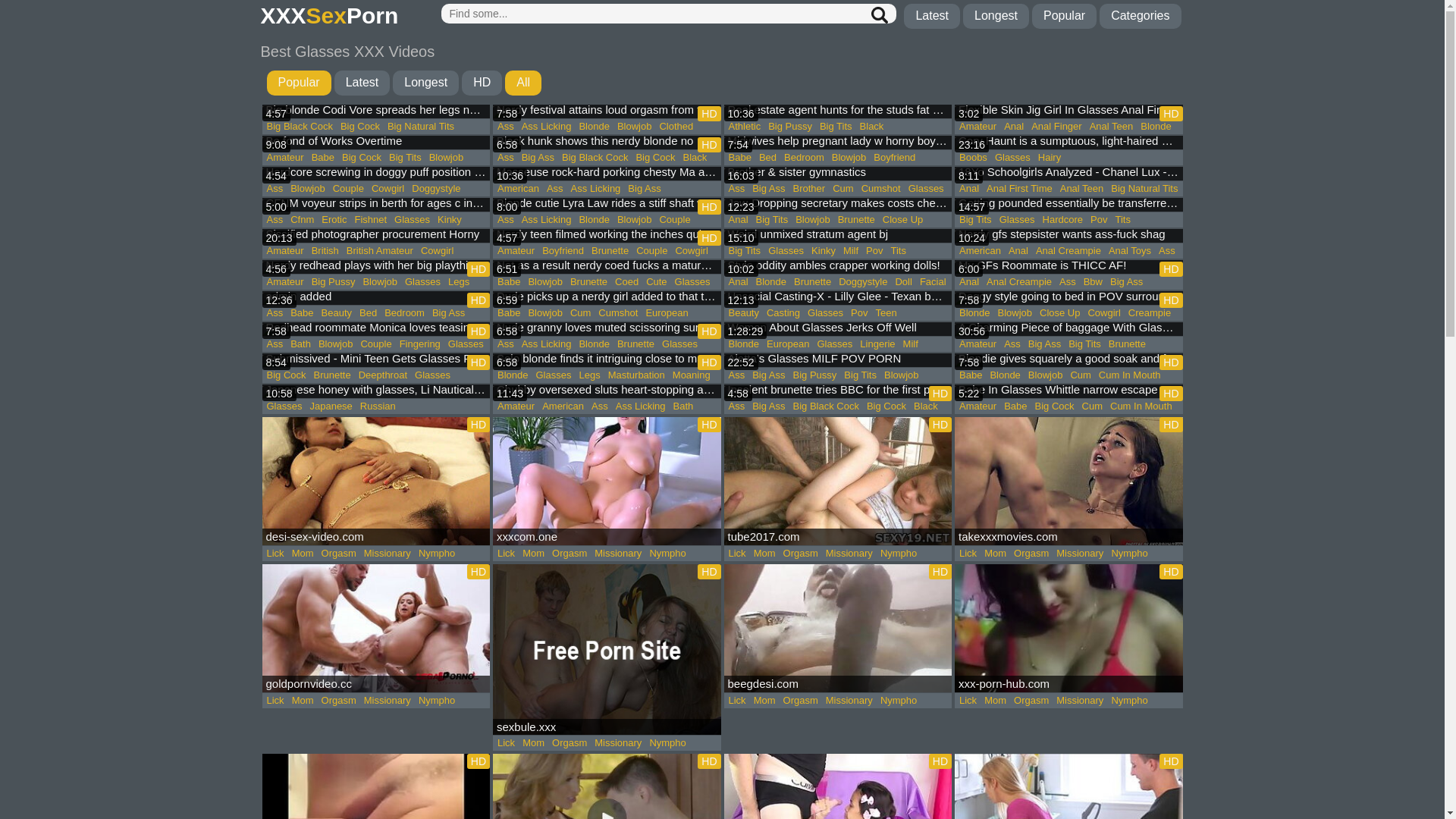 The width and height of the screenshot is (1456, 819). Describe the element at coordinates (1062, 219) in the screenshot. I see `'Hardcore'` at that location.